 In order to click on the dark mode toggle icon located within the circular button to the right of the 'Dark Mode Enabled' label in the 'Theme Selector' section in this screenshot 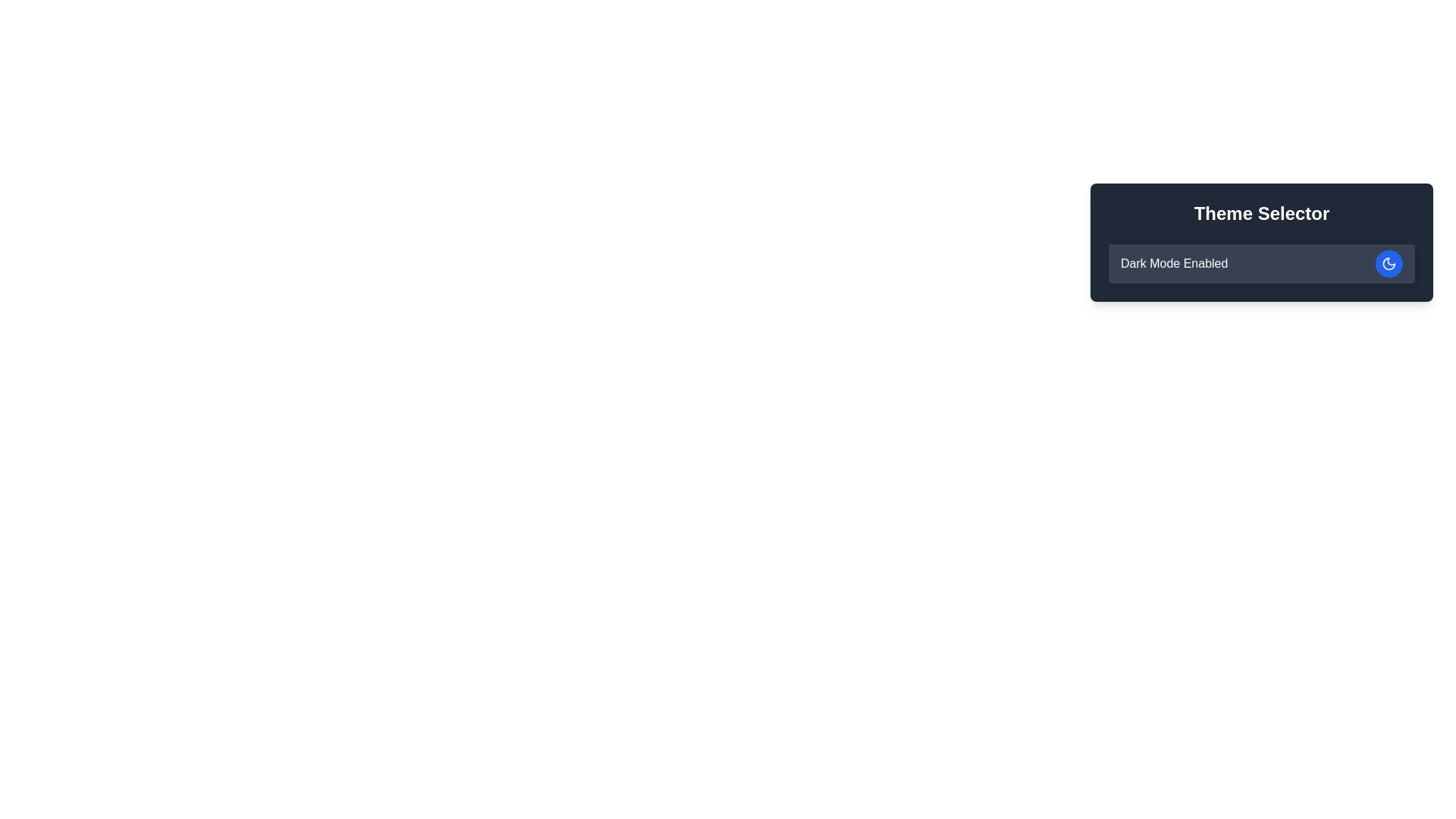, I will do `click(1389, 262)`.